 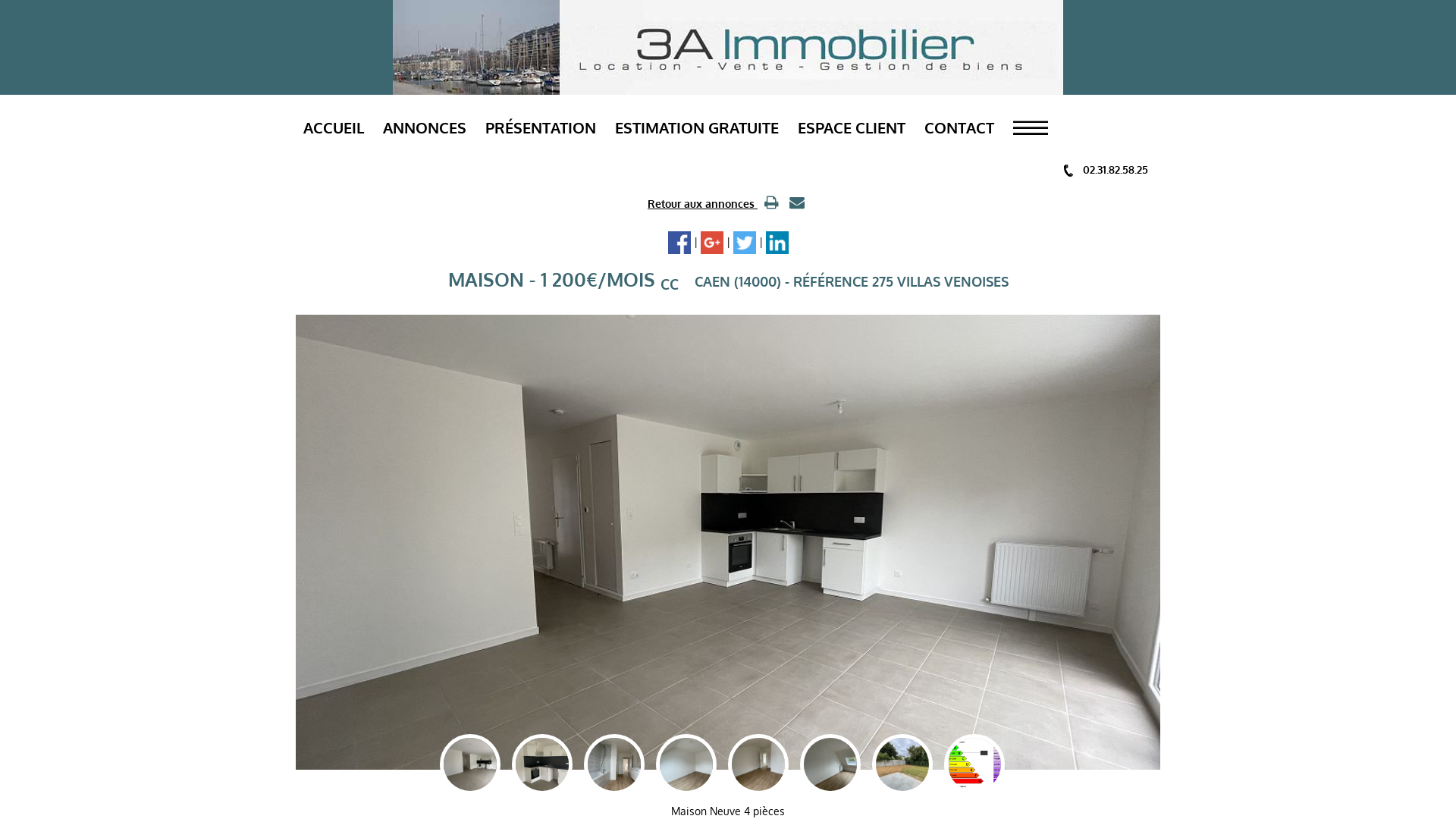 I want to click on 'ACCUEIL', so click(x=333, y=127).